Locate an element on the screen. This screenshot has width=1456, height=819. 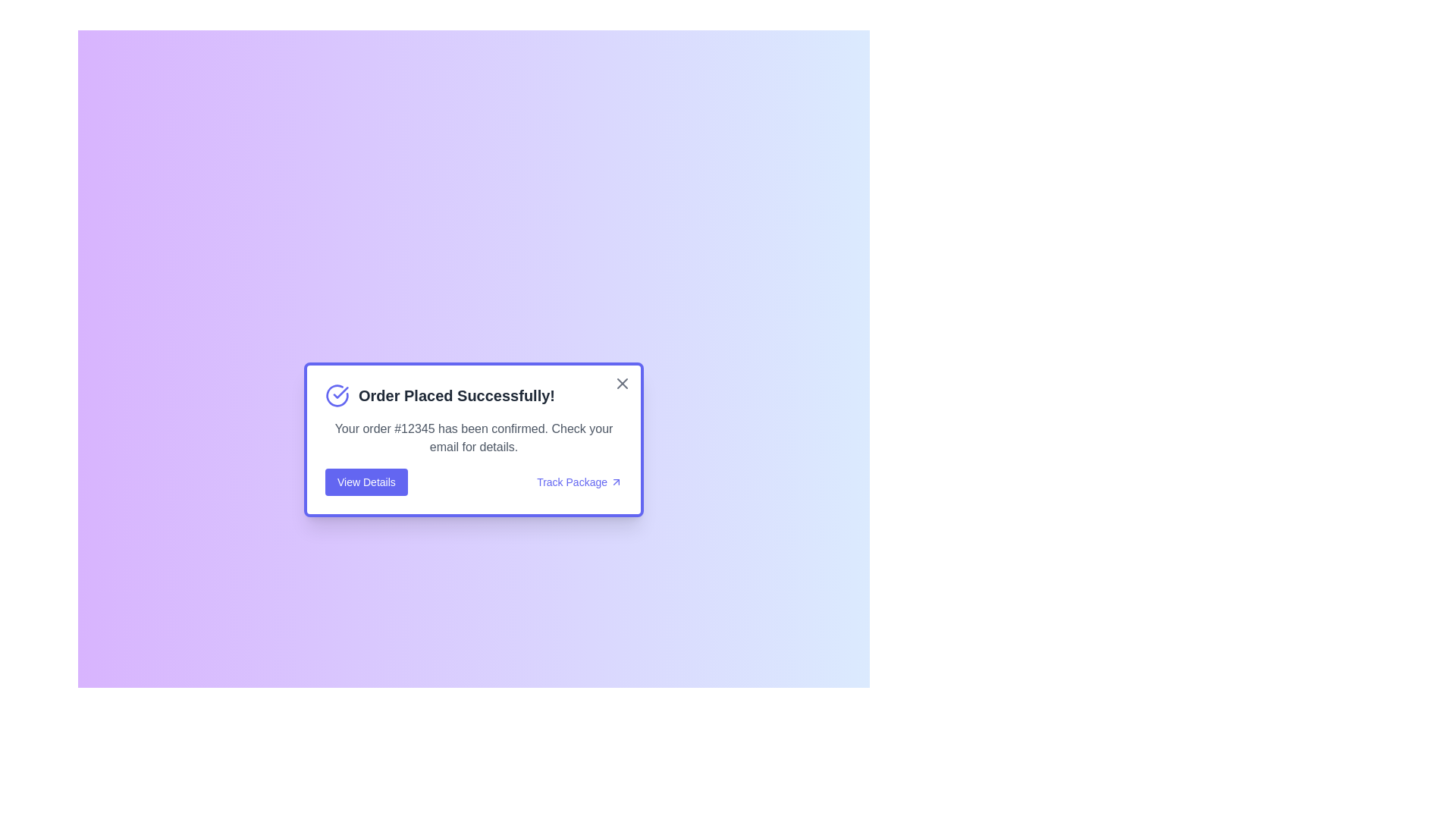
the close button in the top-right corner of the alert to close it is located at coordinates (622, 382).